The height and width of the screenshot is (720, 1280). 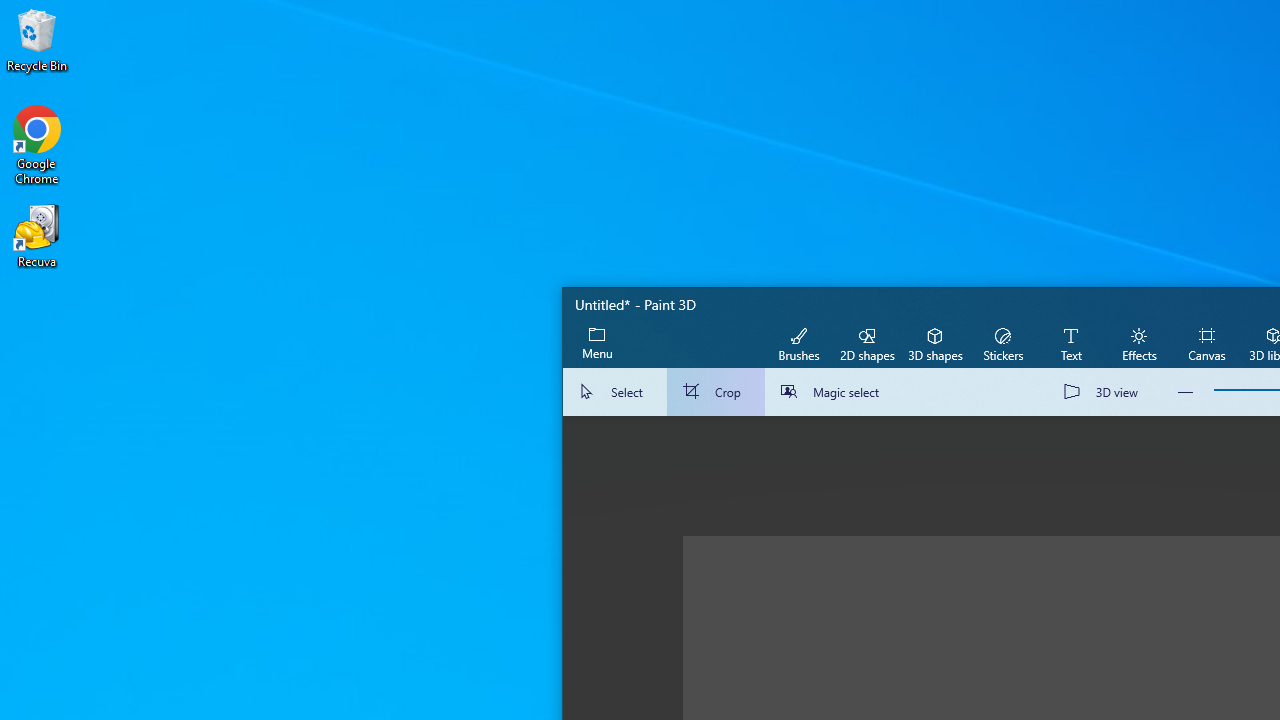 What do you see at coordinates (1002, 342) in the screenshot?
I see `'Stickers'` at bounding box center [1002, 342].